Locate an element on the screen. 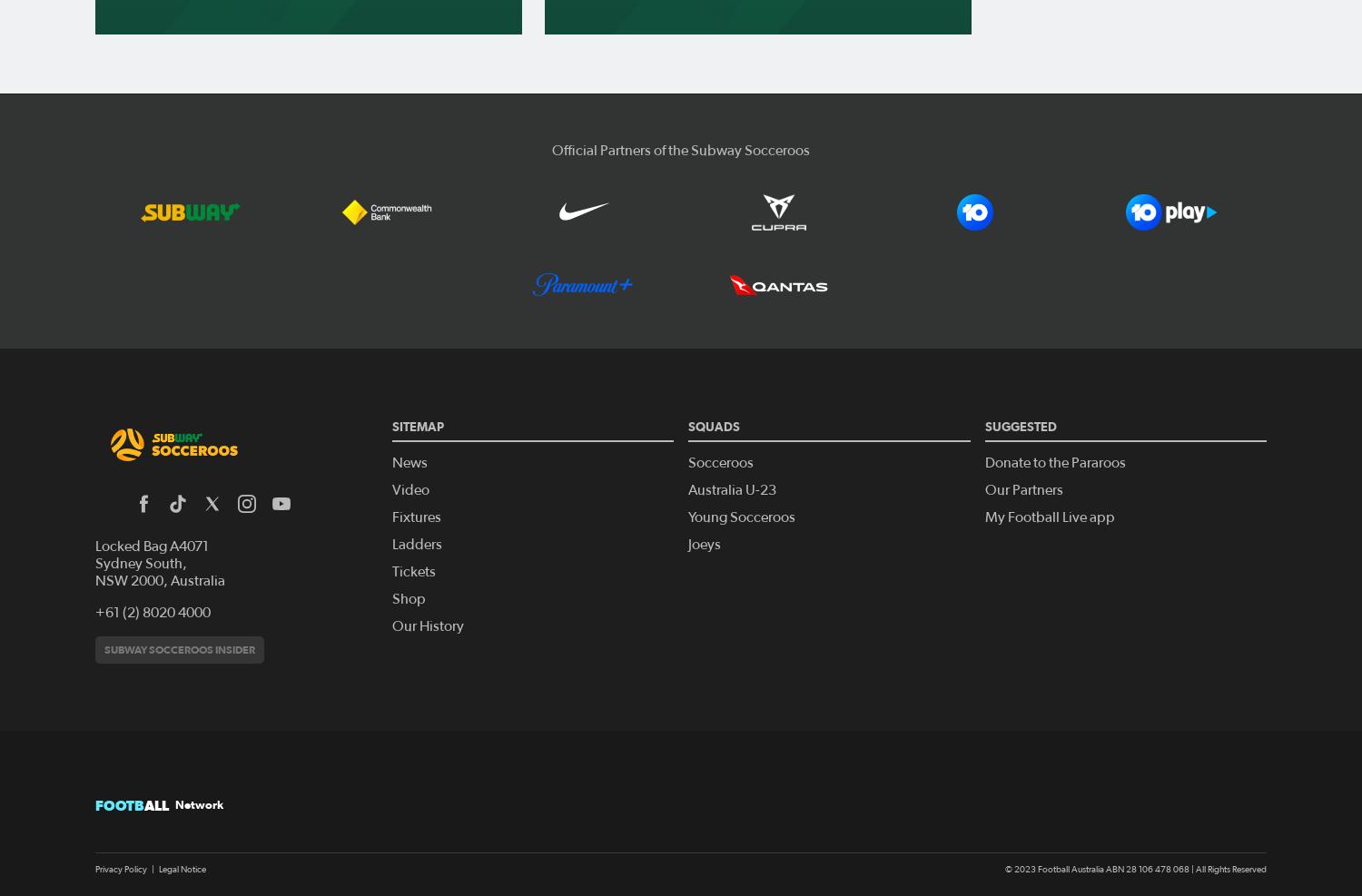 This screenshot has height=896, width=1362. 'Our History' is located at coordinates (426, 625).